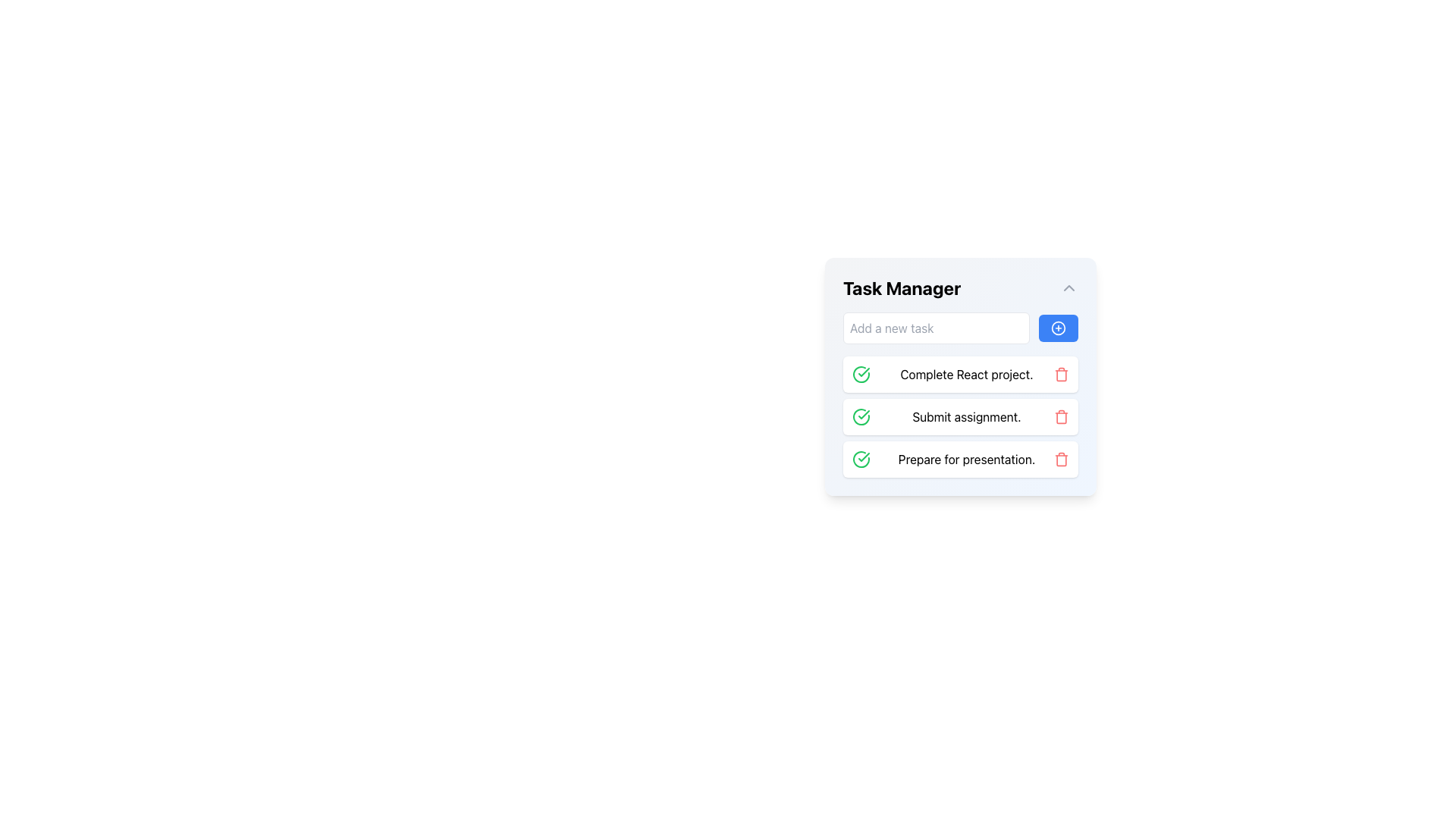 The width and height of the screenshot is (1456, 819). I want to click on the button in the task input section of the Task Manager interface to provide feedback before clicking, so click(960, 327).